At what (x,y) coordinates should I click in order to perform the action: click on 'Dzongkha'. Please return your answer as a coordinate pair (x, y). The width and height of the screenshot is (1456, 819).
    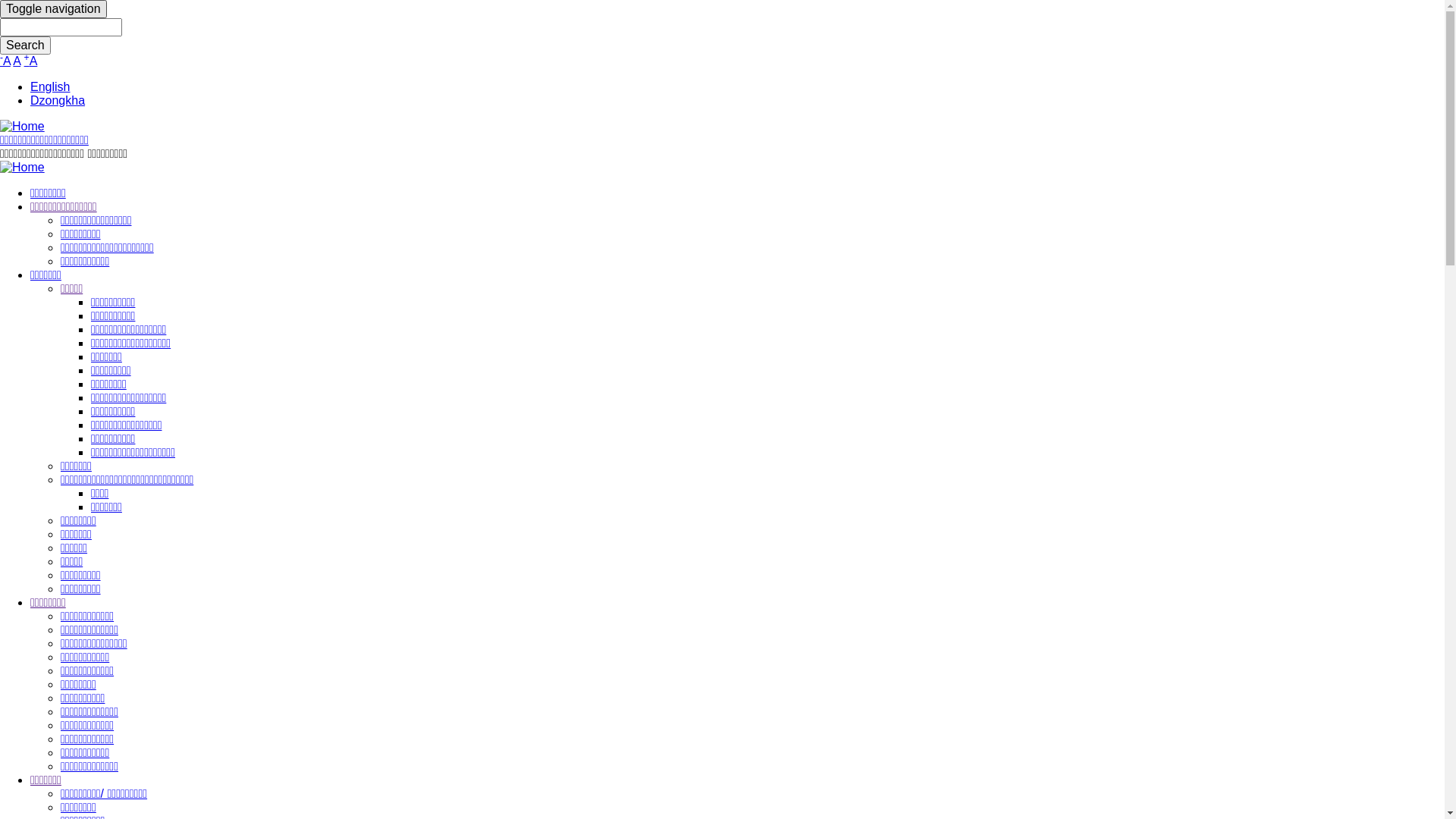
    Looking at the image, I should click on (58, 100).